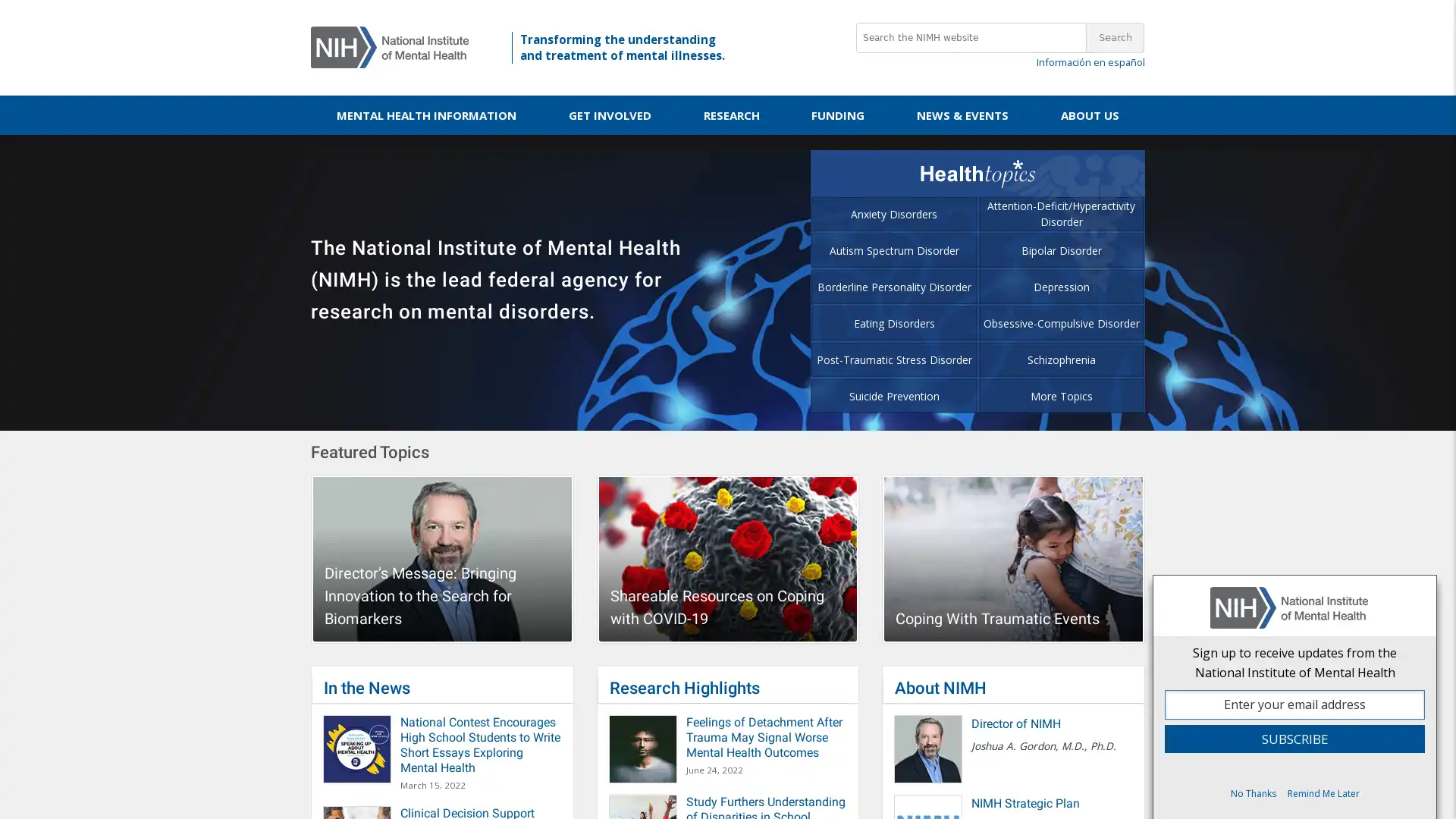  I want to click on Subscribe, so click(1294, 737).